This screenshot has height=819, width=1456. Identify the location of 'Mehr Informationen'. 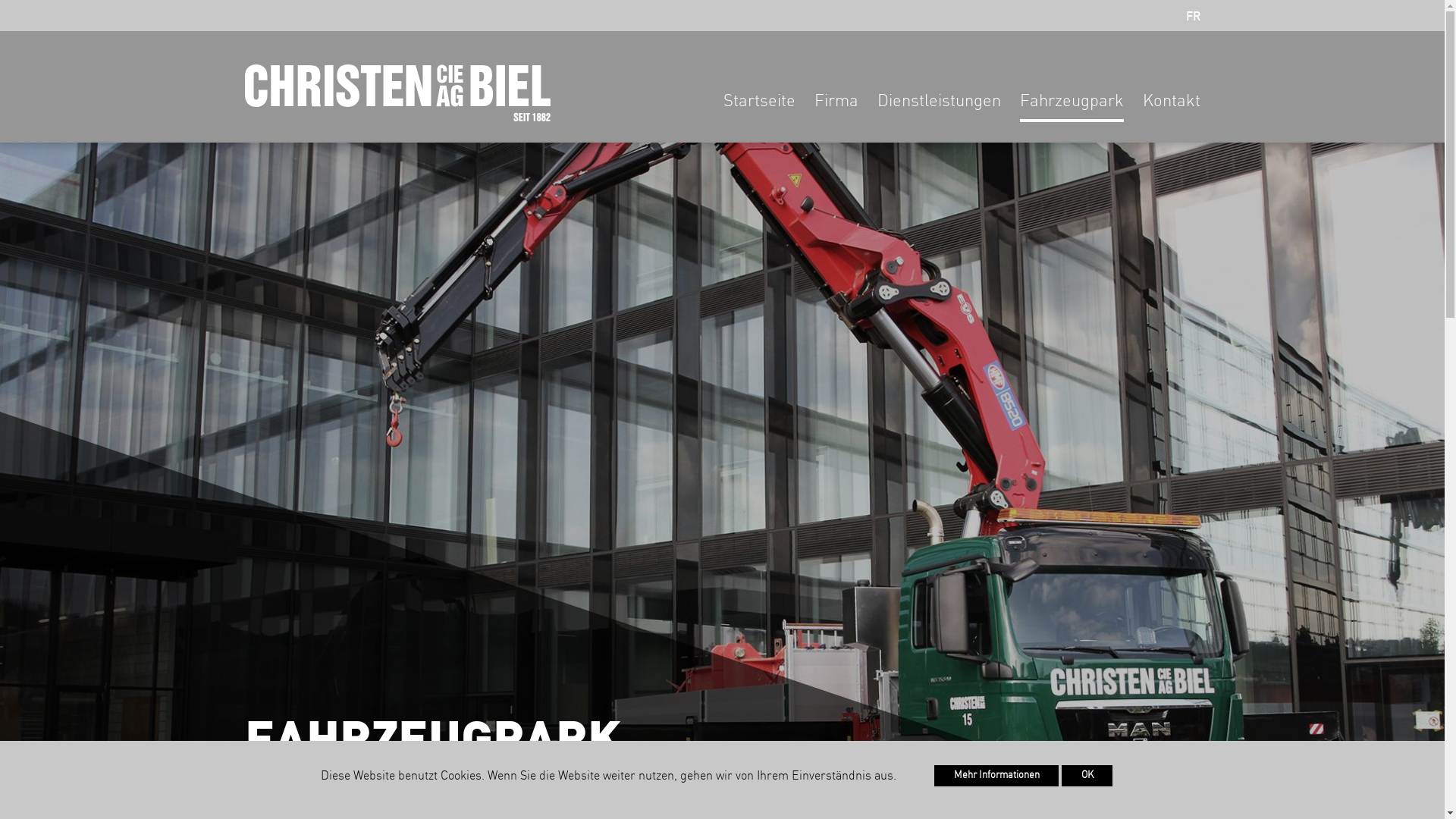
(996, 775).